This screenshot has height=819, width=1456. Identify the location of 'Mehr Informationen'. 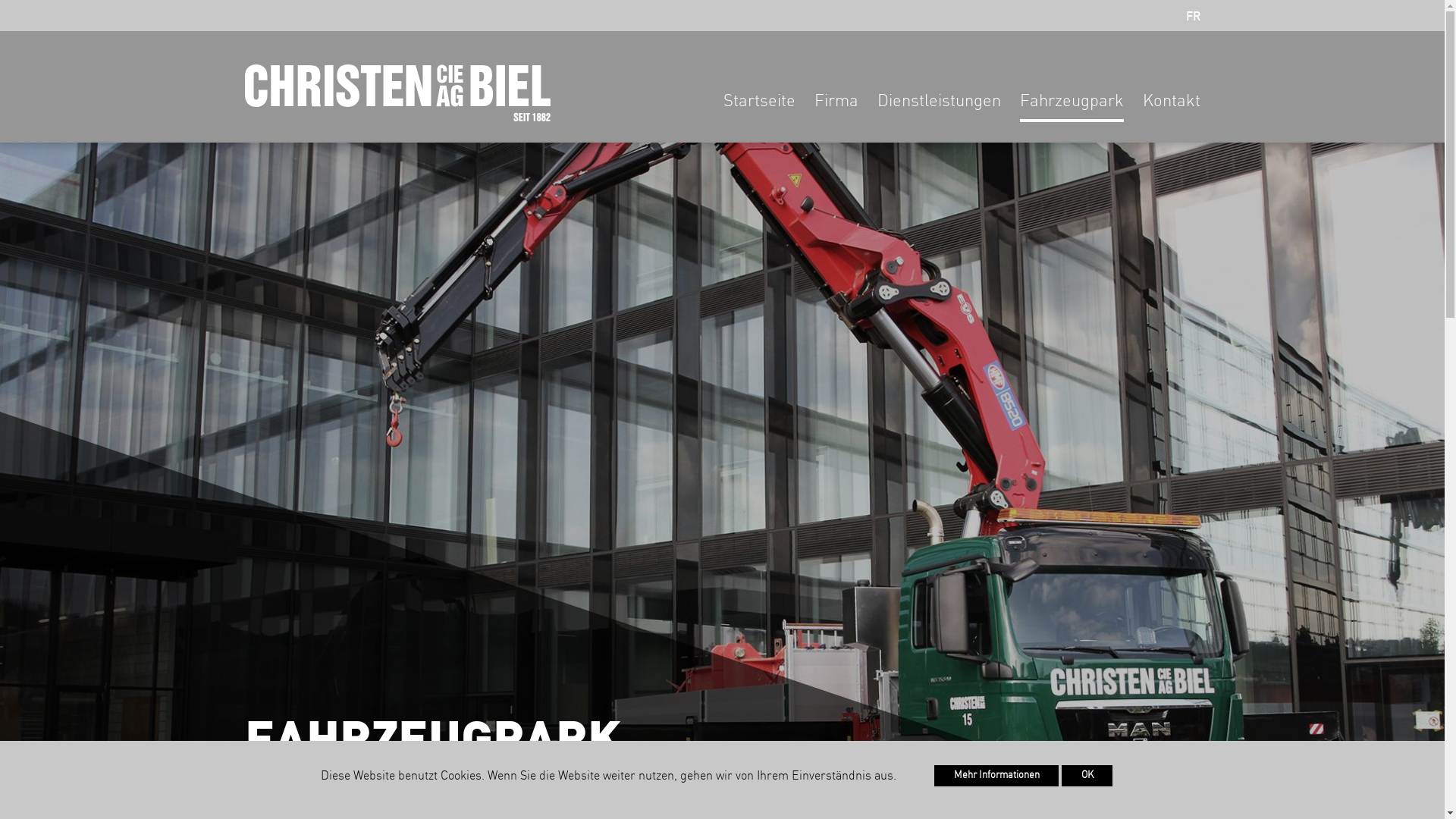
(996, 775).